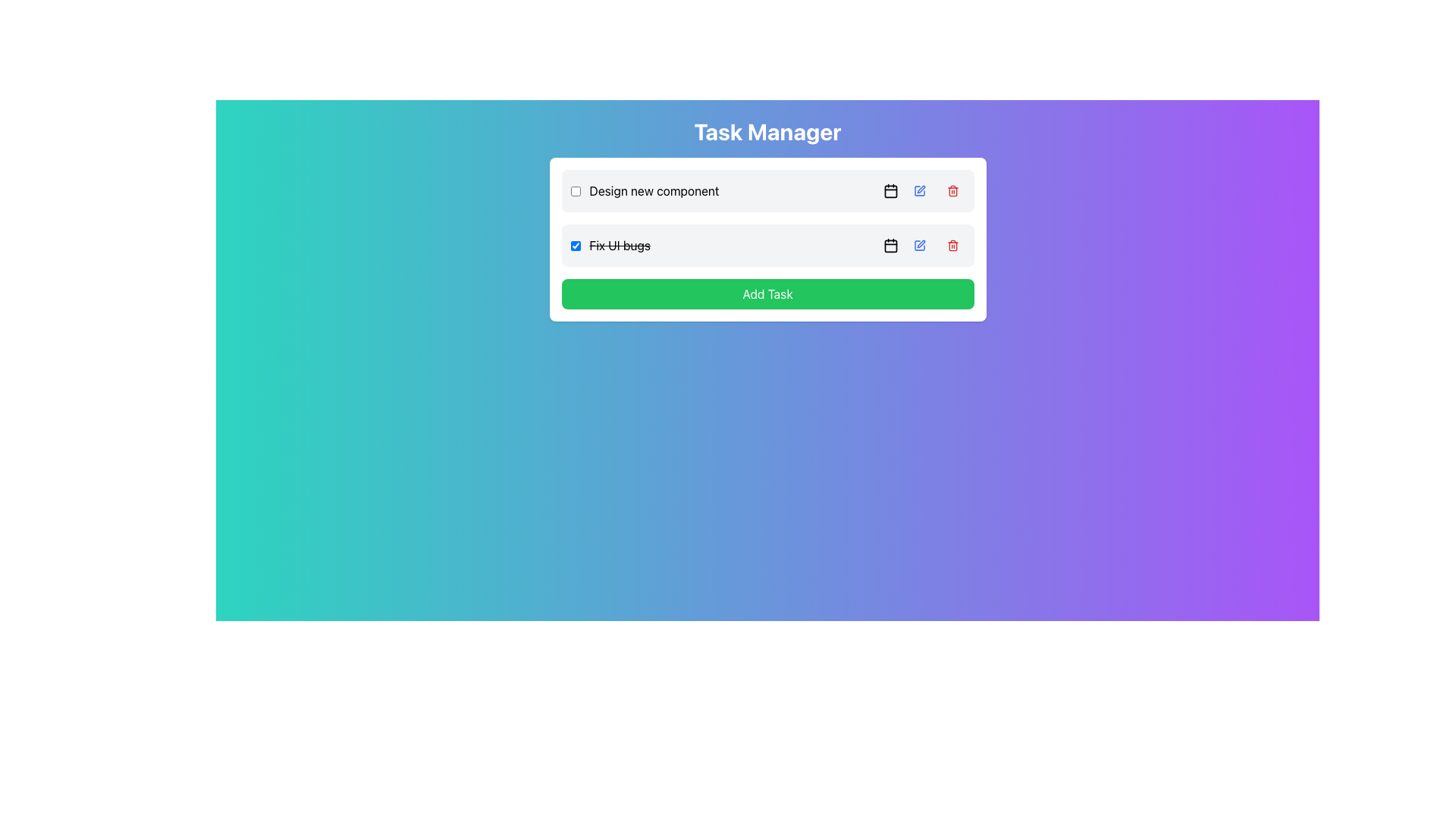  What do you see at coordinates (767, 130) in the screenshot?
I see `the static text header of the task manager application, which is located at the top section of the main content area, serving as the title for the interface` at bounding box center [767, 130].